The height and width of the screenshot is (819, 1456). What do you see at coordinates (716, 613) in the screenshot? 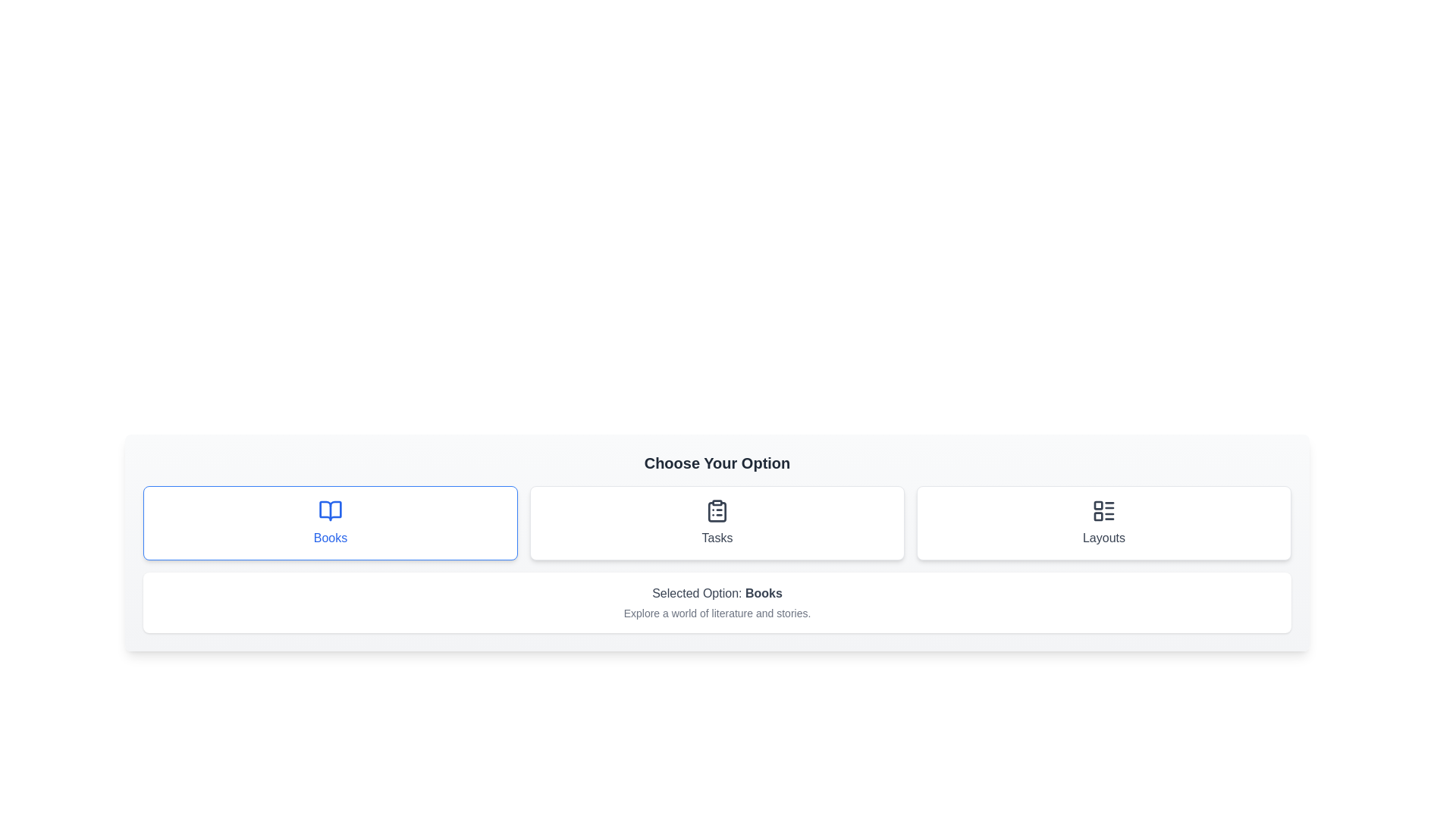
I see `the static text element that displays 'Explore a world of literature and stories.', which is located directly underneath 'Selected Option: Books'` at bounding box center [716, 613].